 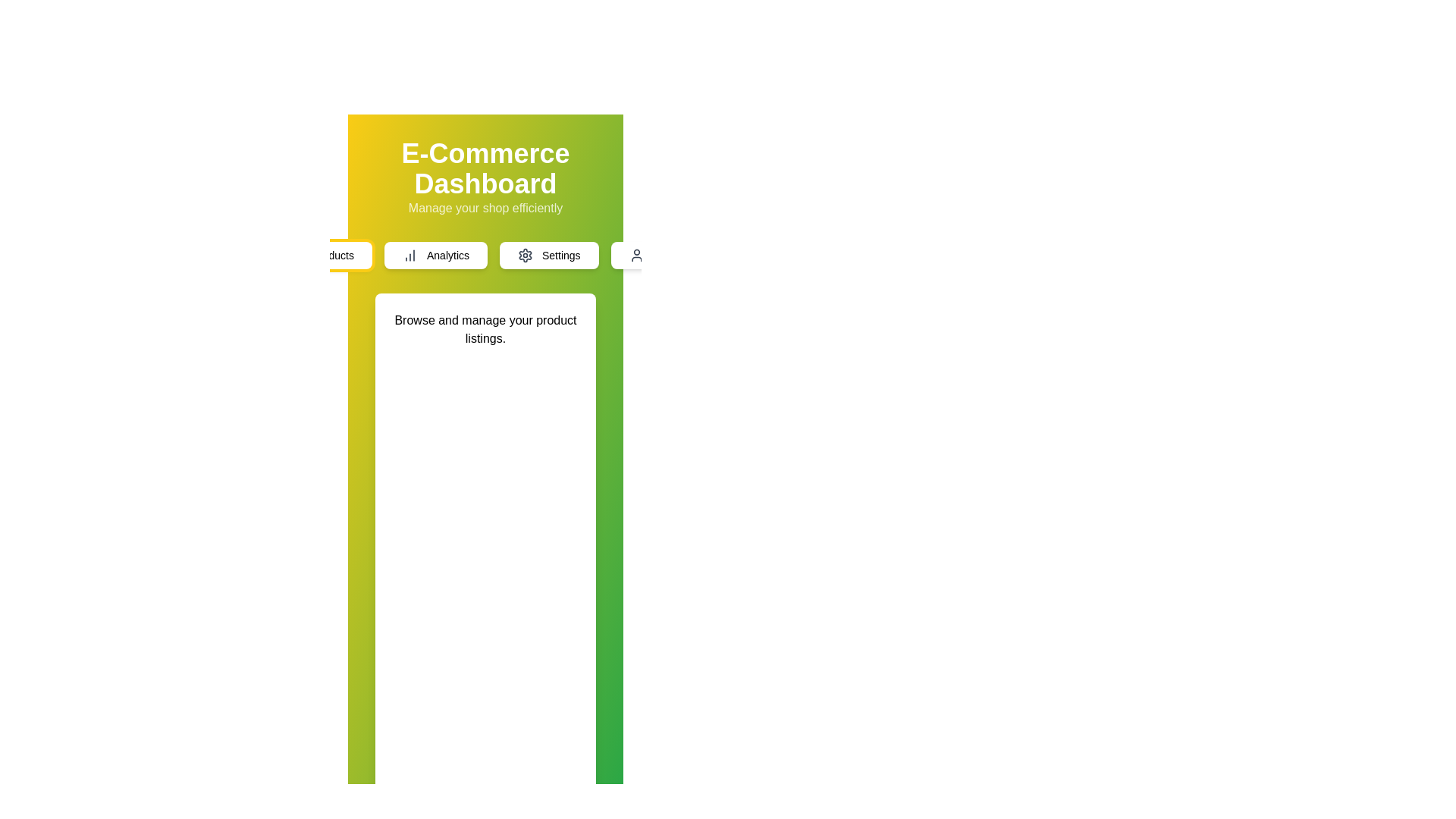 What do you see at coordinates (447, 254) in the screenshot?
I see `the 'Analytics' button in the horizontal navigation bar` at bounding box center [447, 254].